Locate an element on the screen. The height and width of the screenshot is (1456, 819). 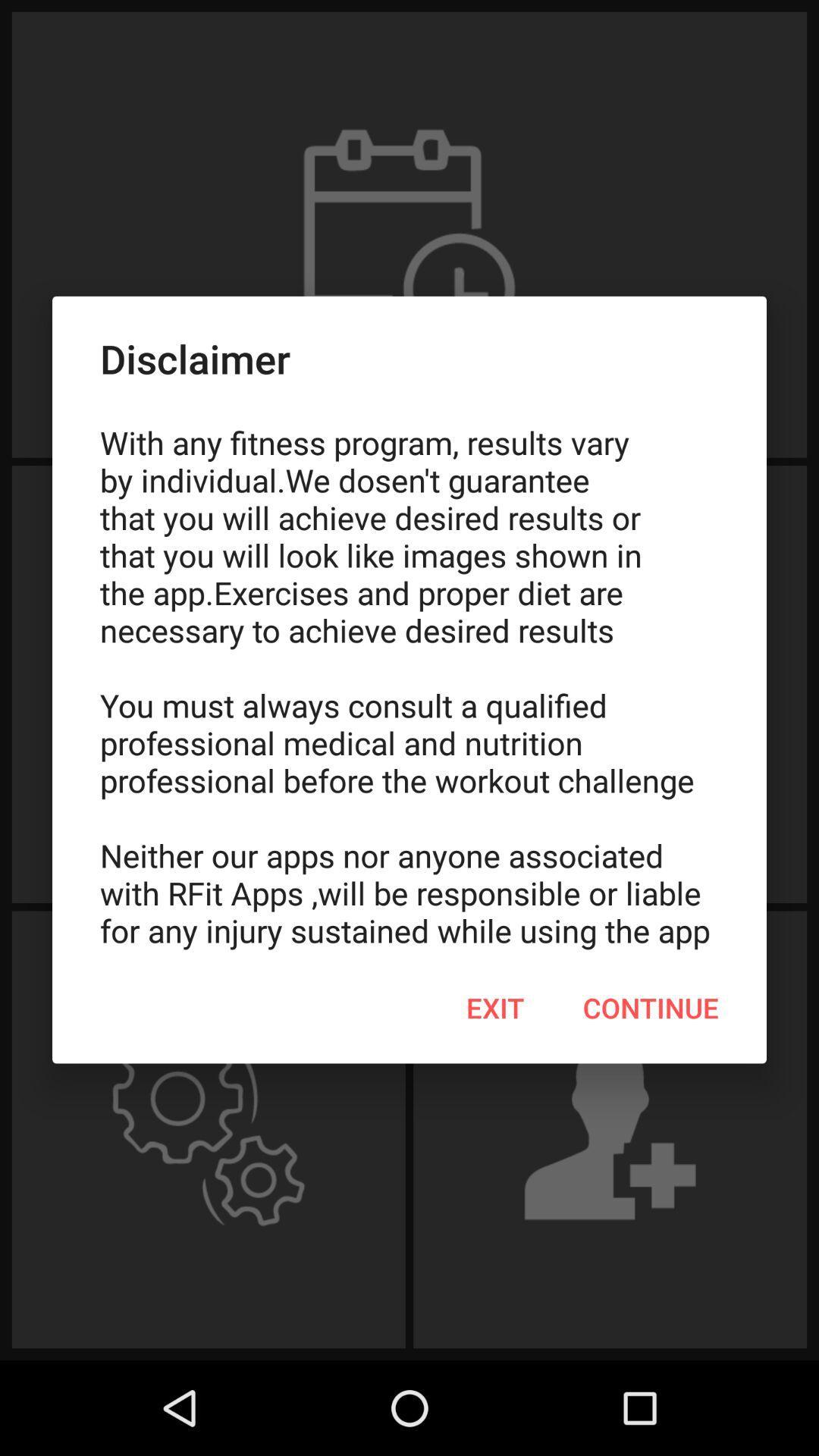
item below with any fitness icon is located at coordinates (495, 1008).